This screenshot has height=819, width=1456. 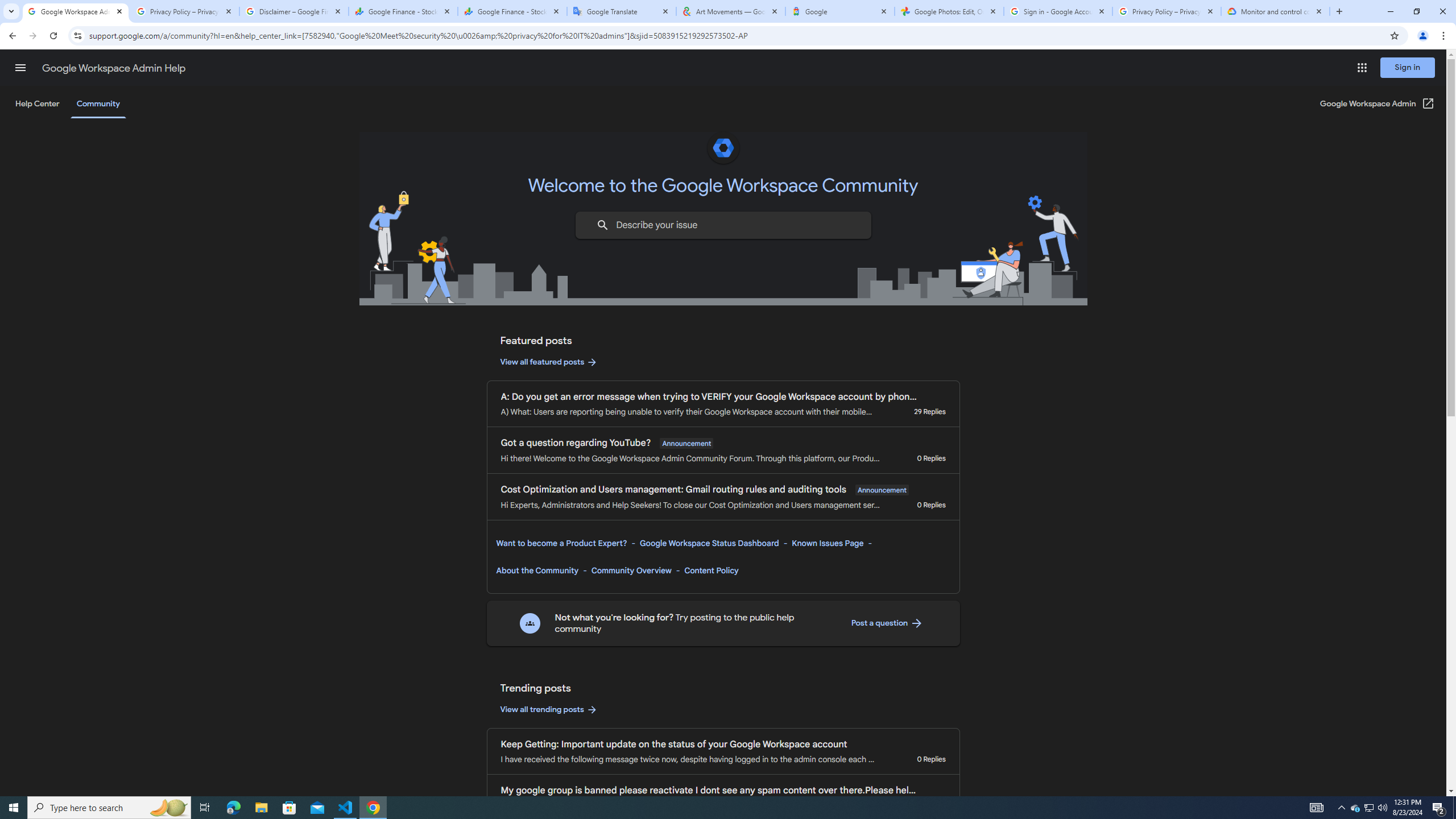 What do you see at coordinates (19, 67) in the screenshot?
I see `'Main menu'` at bounding box center [19, 67].